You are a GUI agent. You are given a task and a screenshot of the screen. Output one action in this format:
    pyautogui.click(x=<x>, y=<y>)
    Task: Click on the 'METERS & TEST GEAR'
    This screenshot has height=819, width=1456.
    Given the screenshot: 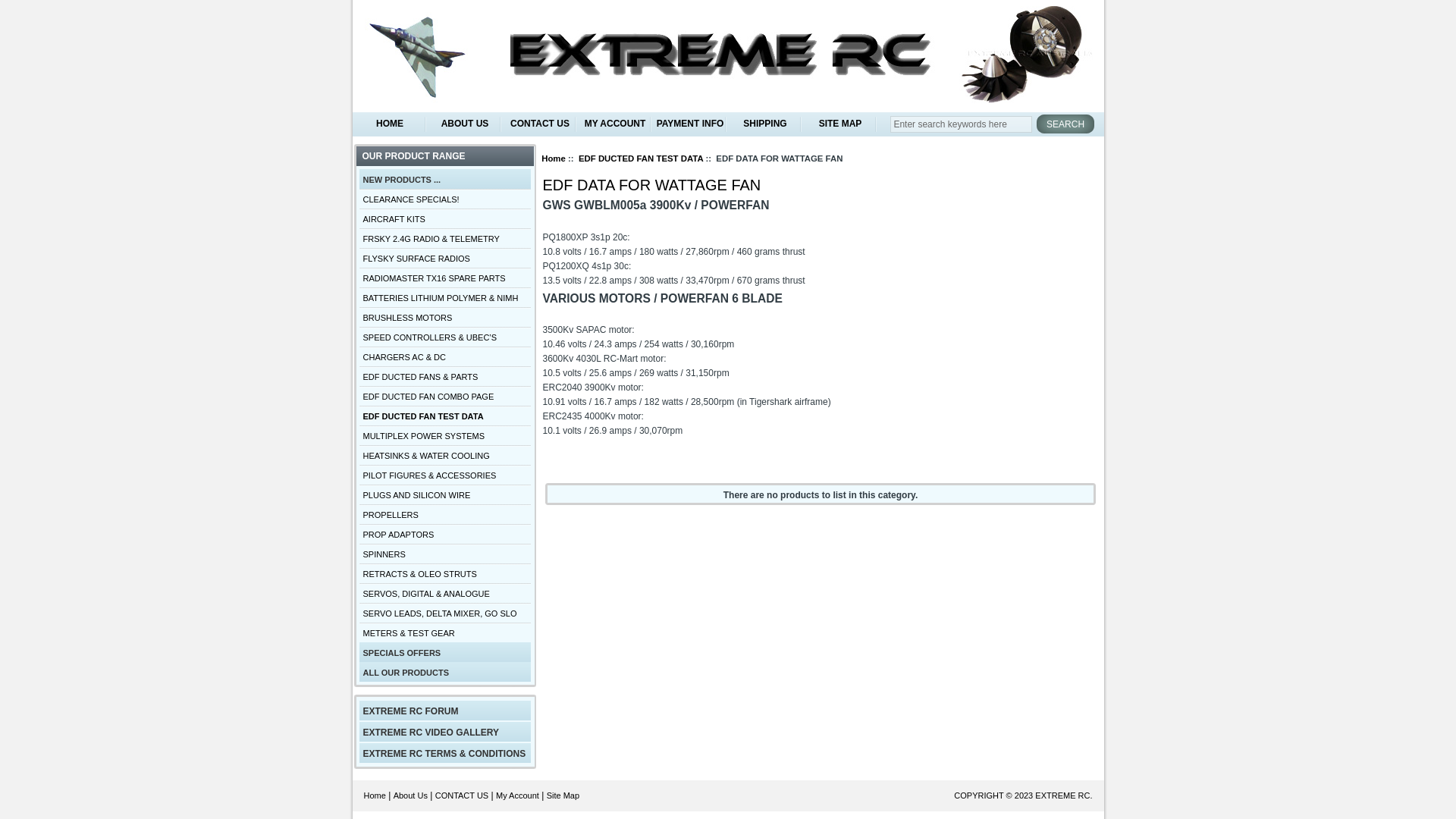 What is the action you would take?
    pyautogui.click(x=444, y=632)
    